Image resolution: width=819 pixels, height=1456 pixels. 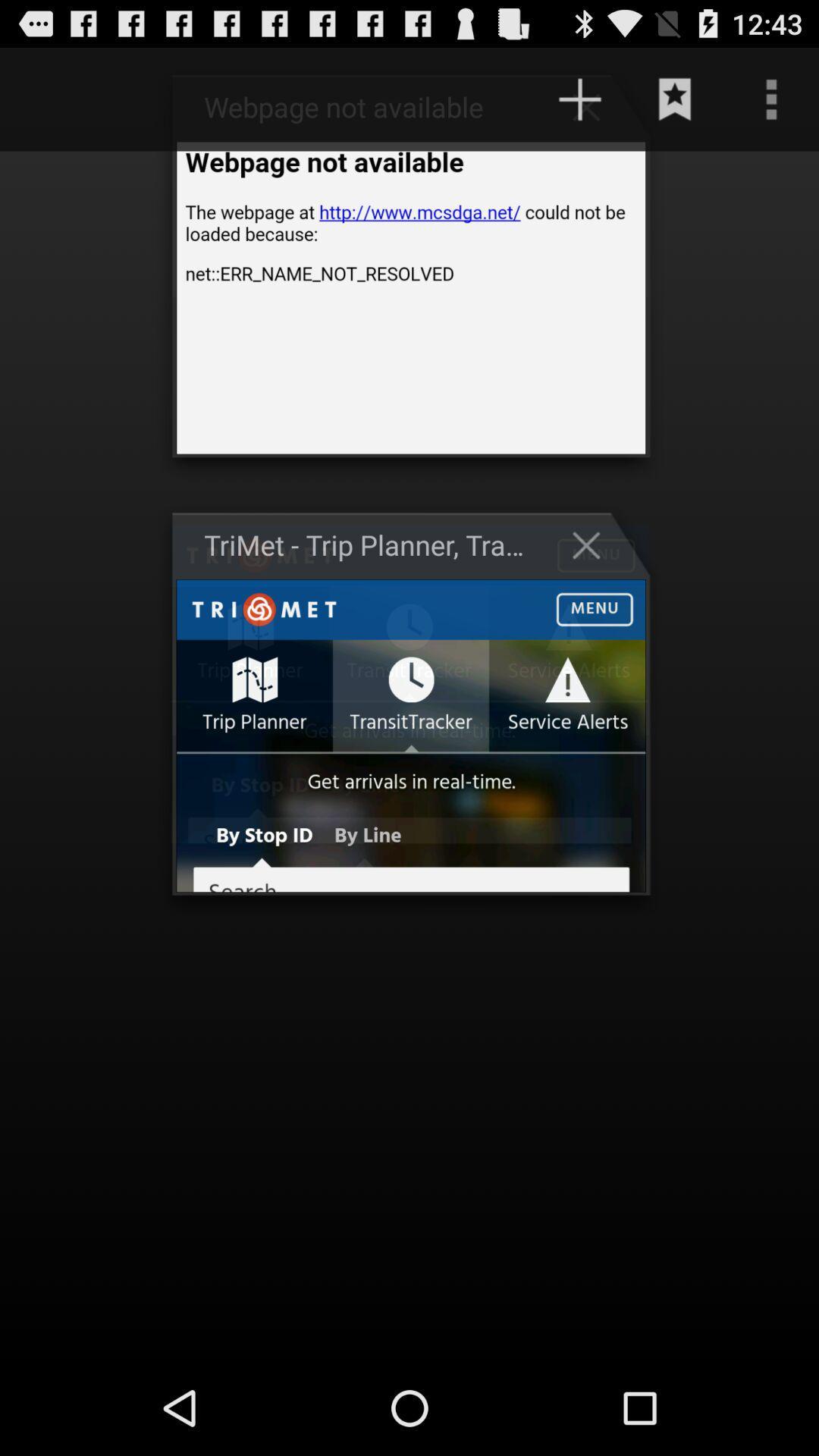 I want to click on the add icon, so click(x=593, y=113).